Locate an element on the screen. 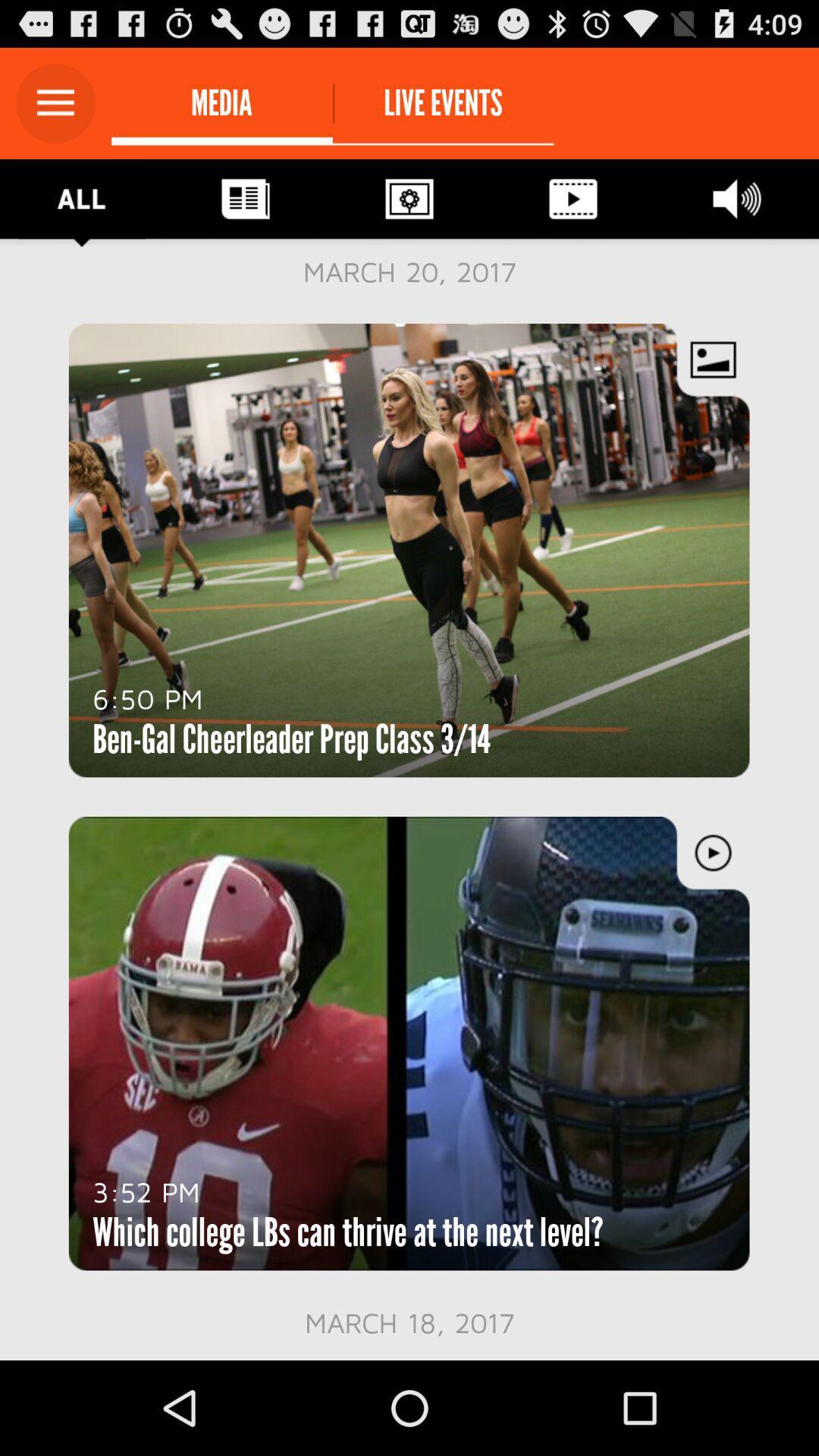  item to the left of the media icon is located at coordinates (55, 102).